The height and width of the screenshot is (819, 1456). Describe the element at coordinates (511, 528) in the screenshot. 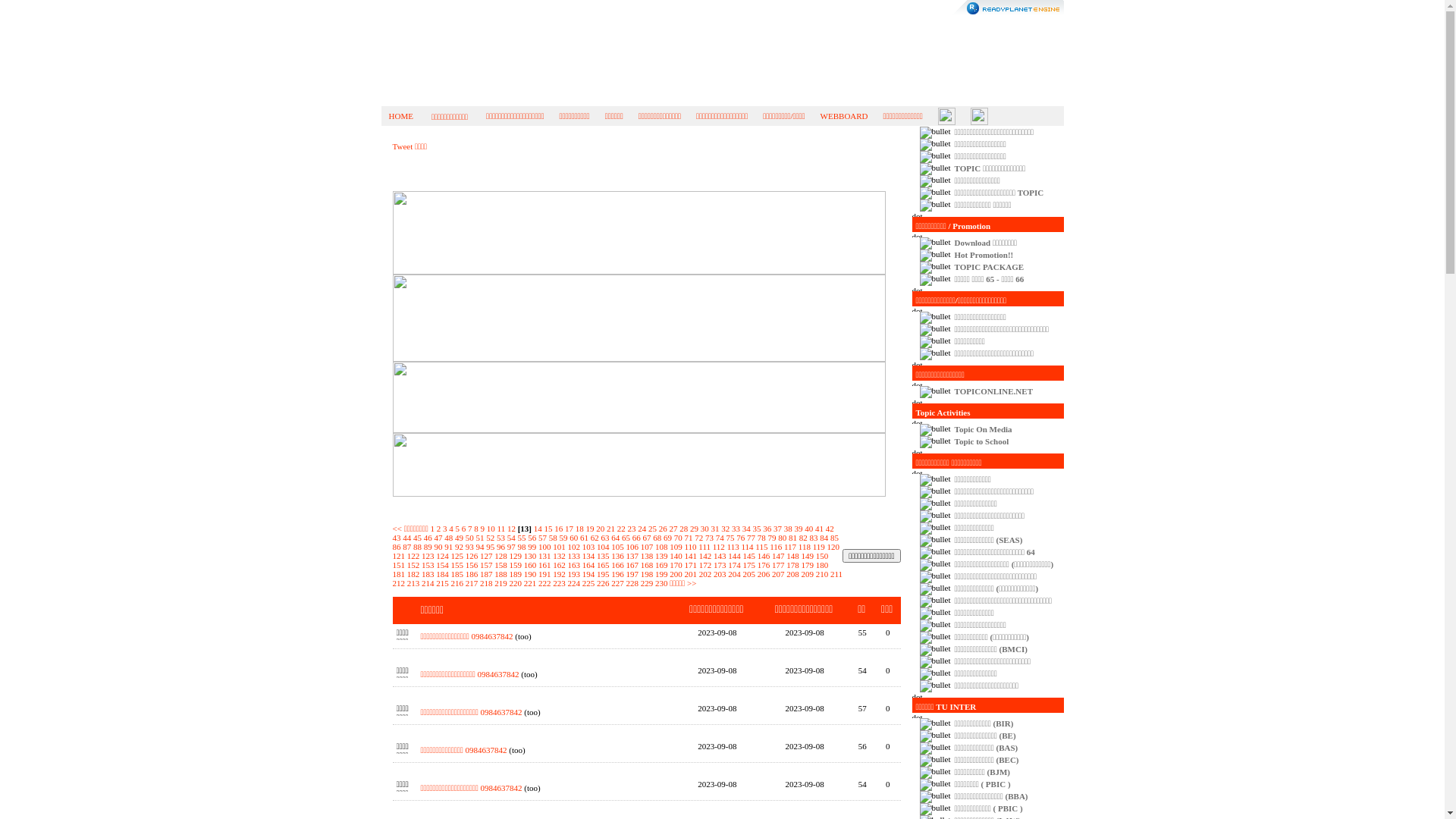

I see `'12'` at that location.